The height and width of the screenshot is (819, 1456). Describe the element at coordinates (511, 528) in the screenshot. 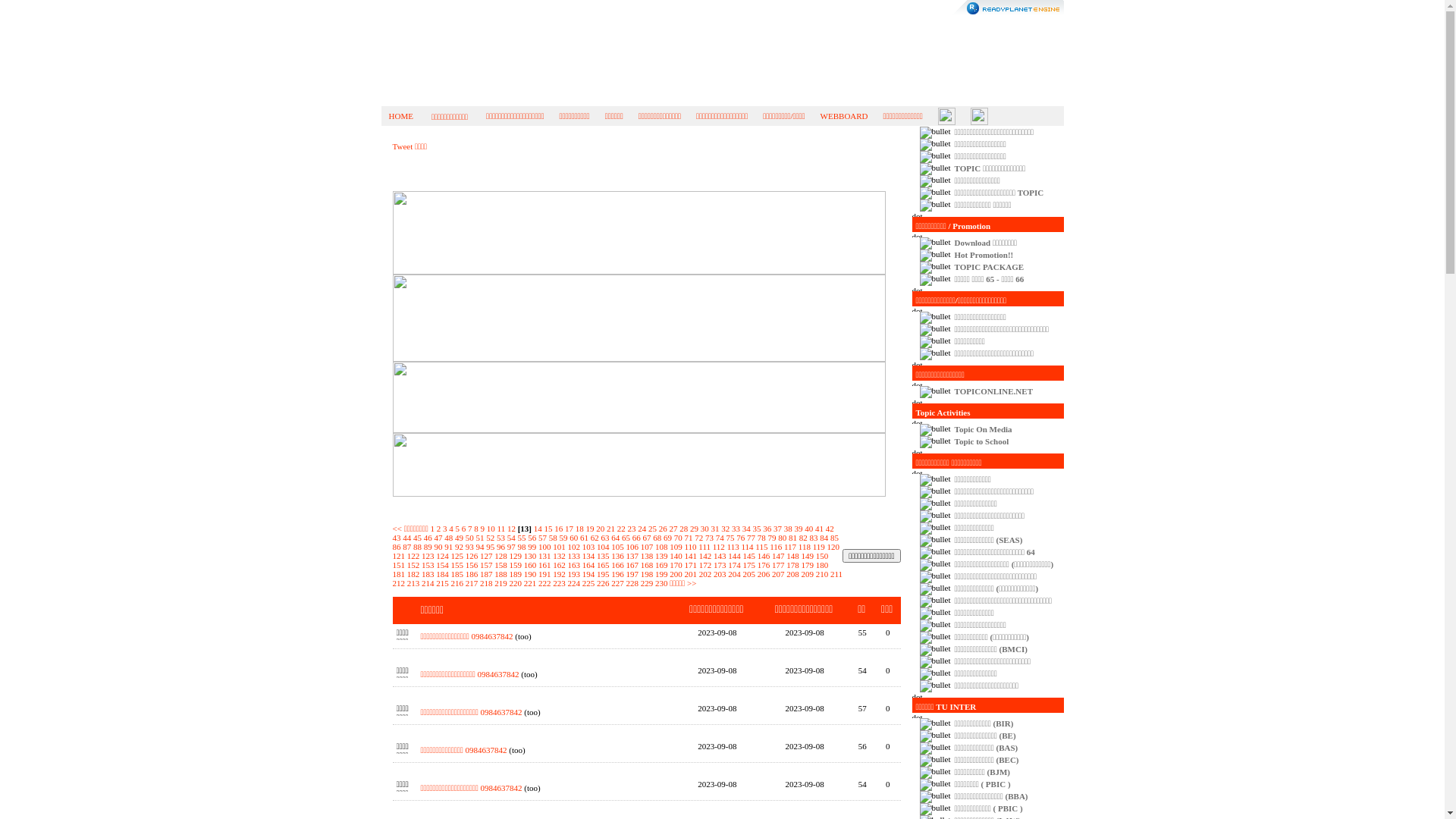

I see `'12'` at that location.